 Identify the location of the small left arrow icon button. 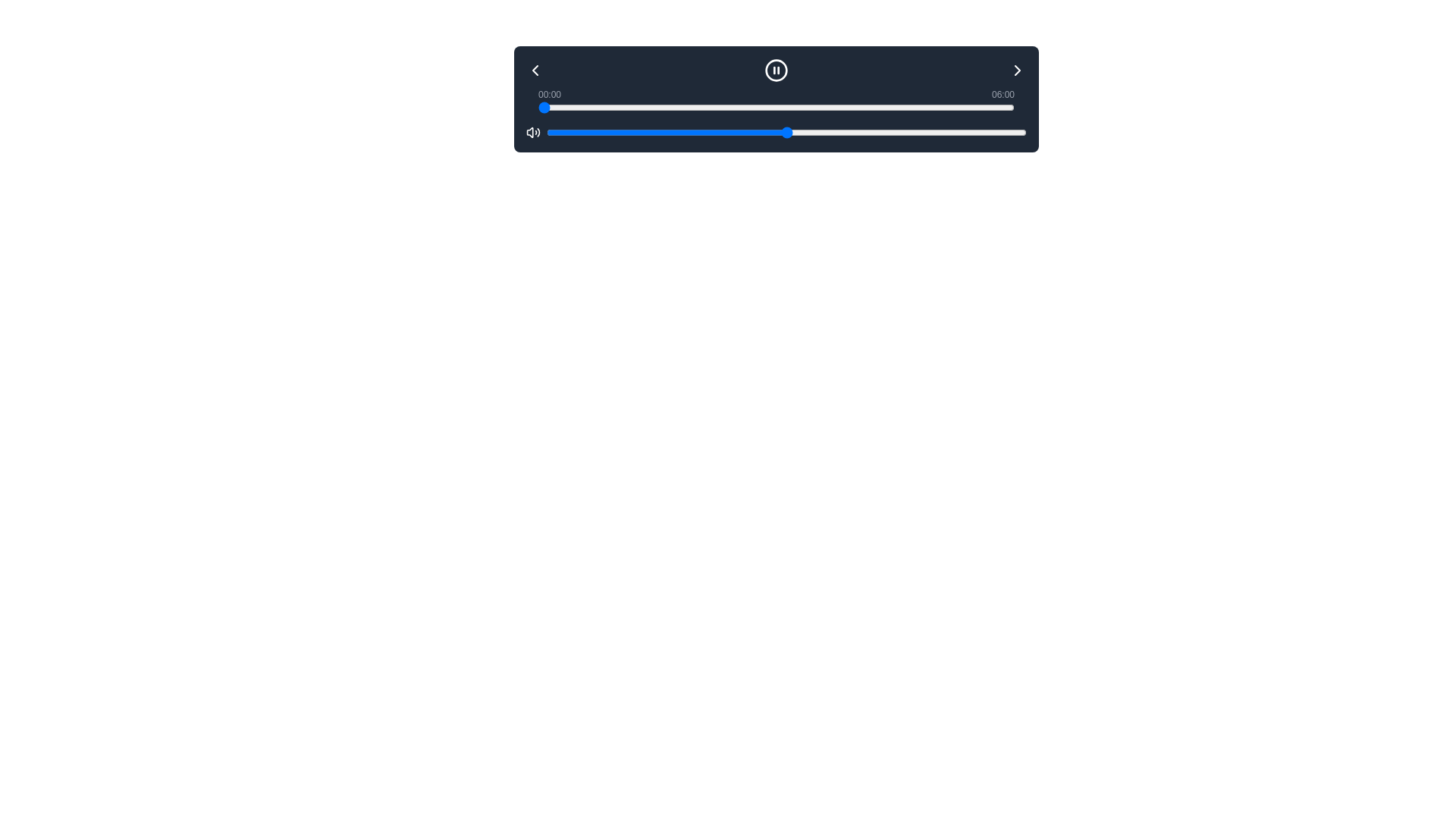
(535, 70).